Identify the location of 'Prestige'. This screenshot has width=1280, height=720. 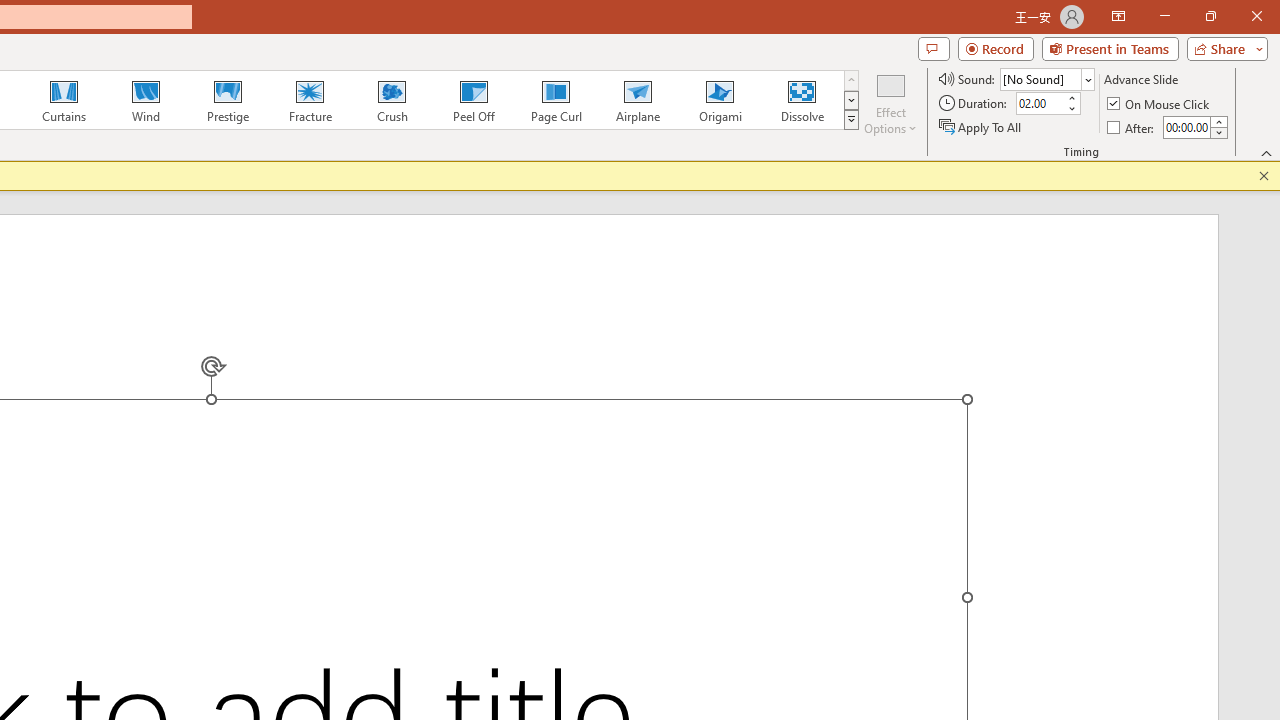
(227, 100).